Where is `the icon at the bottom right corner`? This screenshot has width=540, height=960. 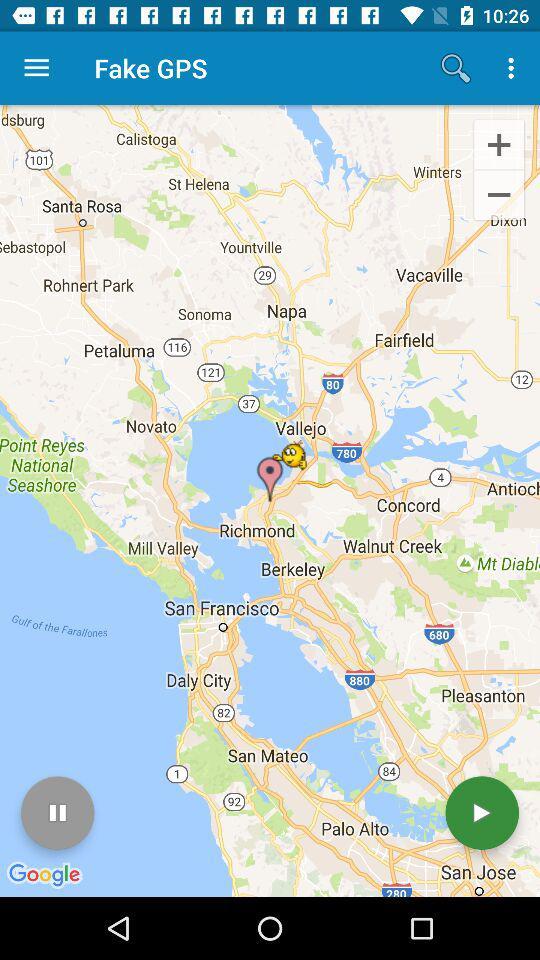 the icon at the bottom right corner is located at coordinates (481, 813).